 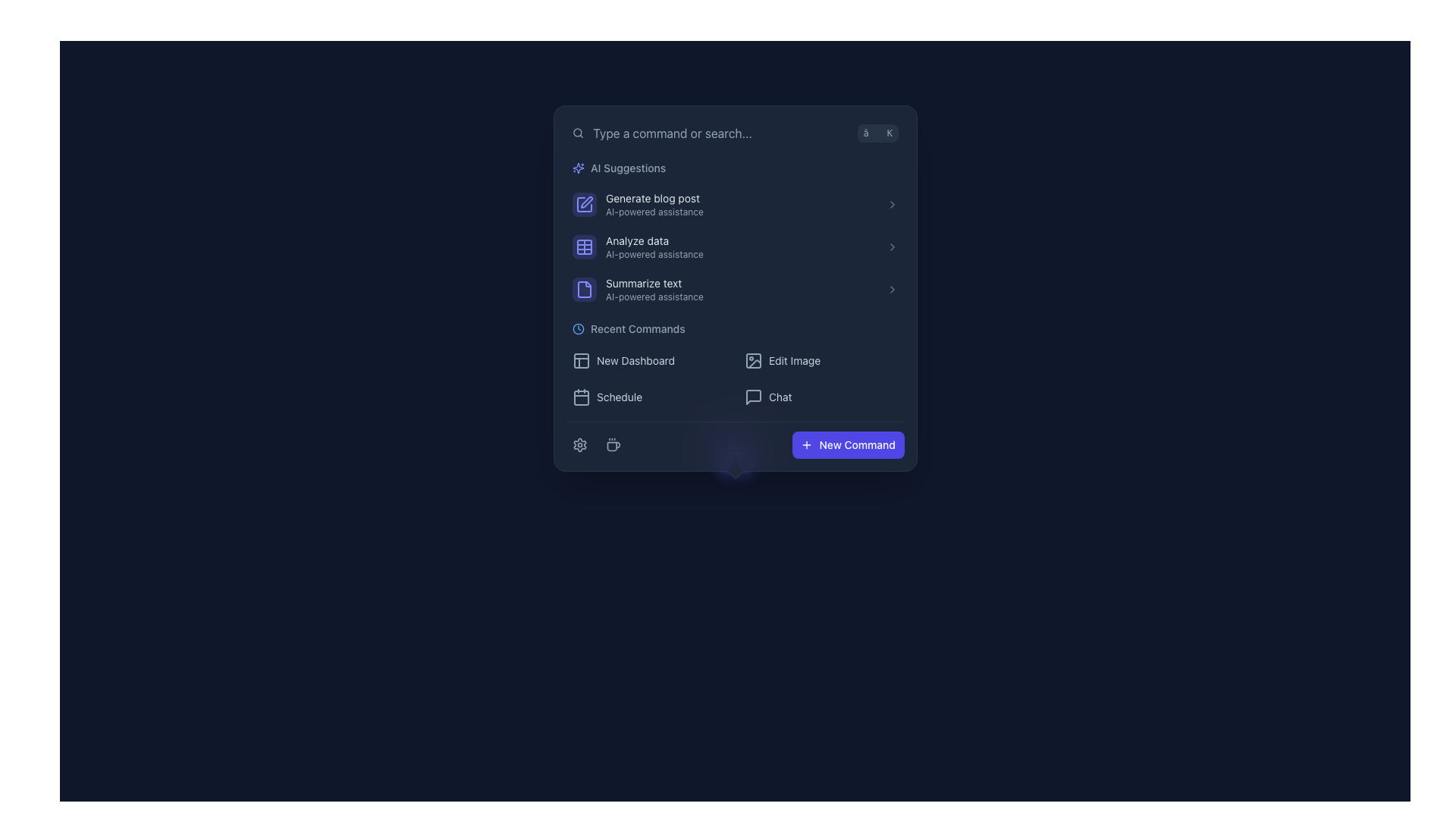 I want to click on the label that categorizes the AI-generated suggestions, located in the top section of the sidebar, aligned to the right of the sparkle icon, so click(x=628, y=168).